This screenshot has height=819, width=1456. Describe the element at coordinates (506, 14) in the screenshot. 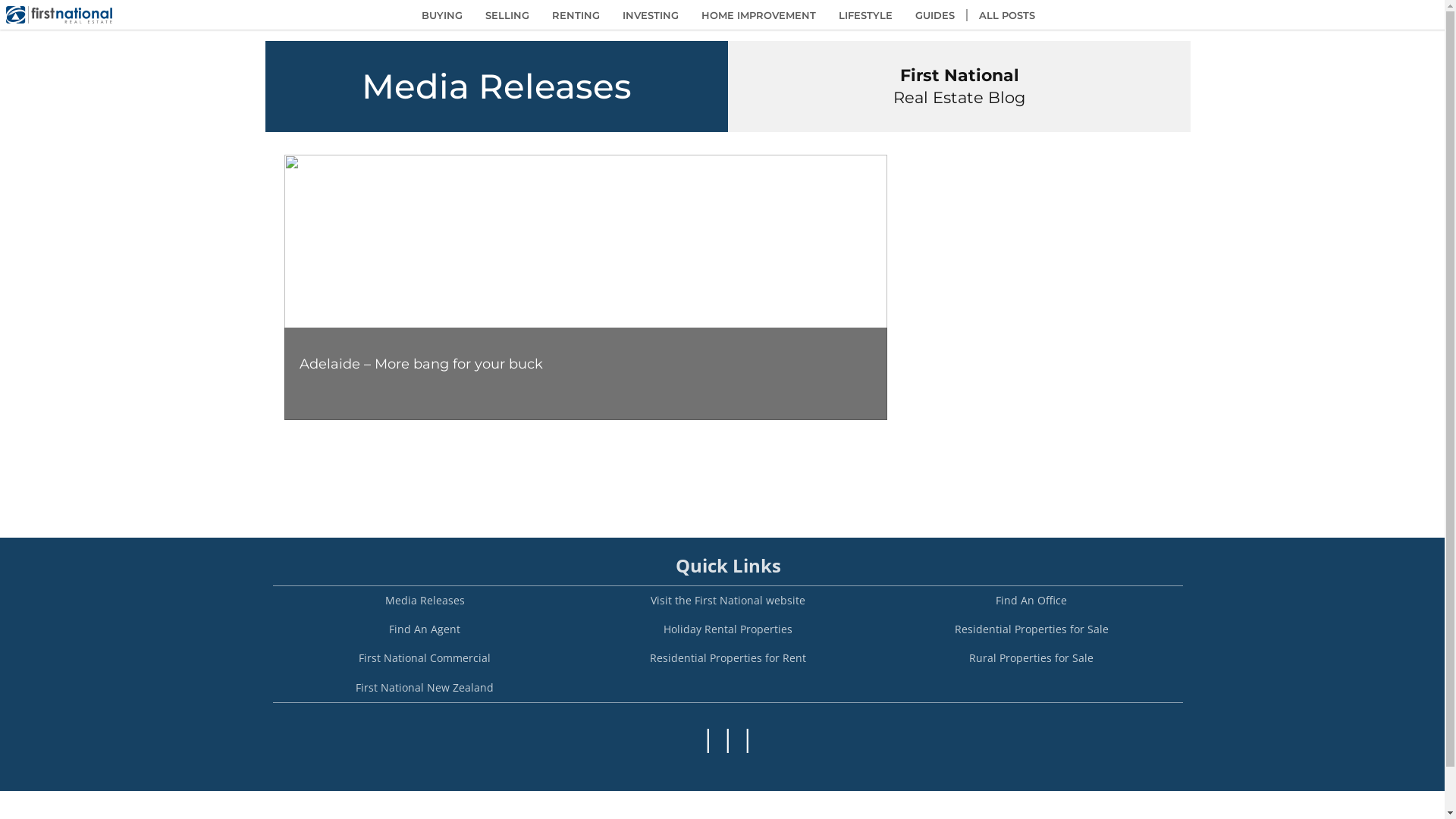

I see `'SELLING'` at that location.